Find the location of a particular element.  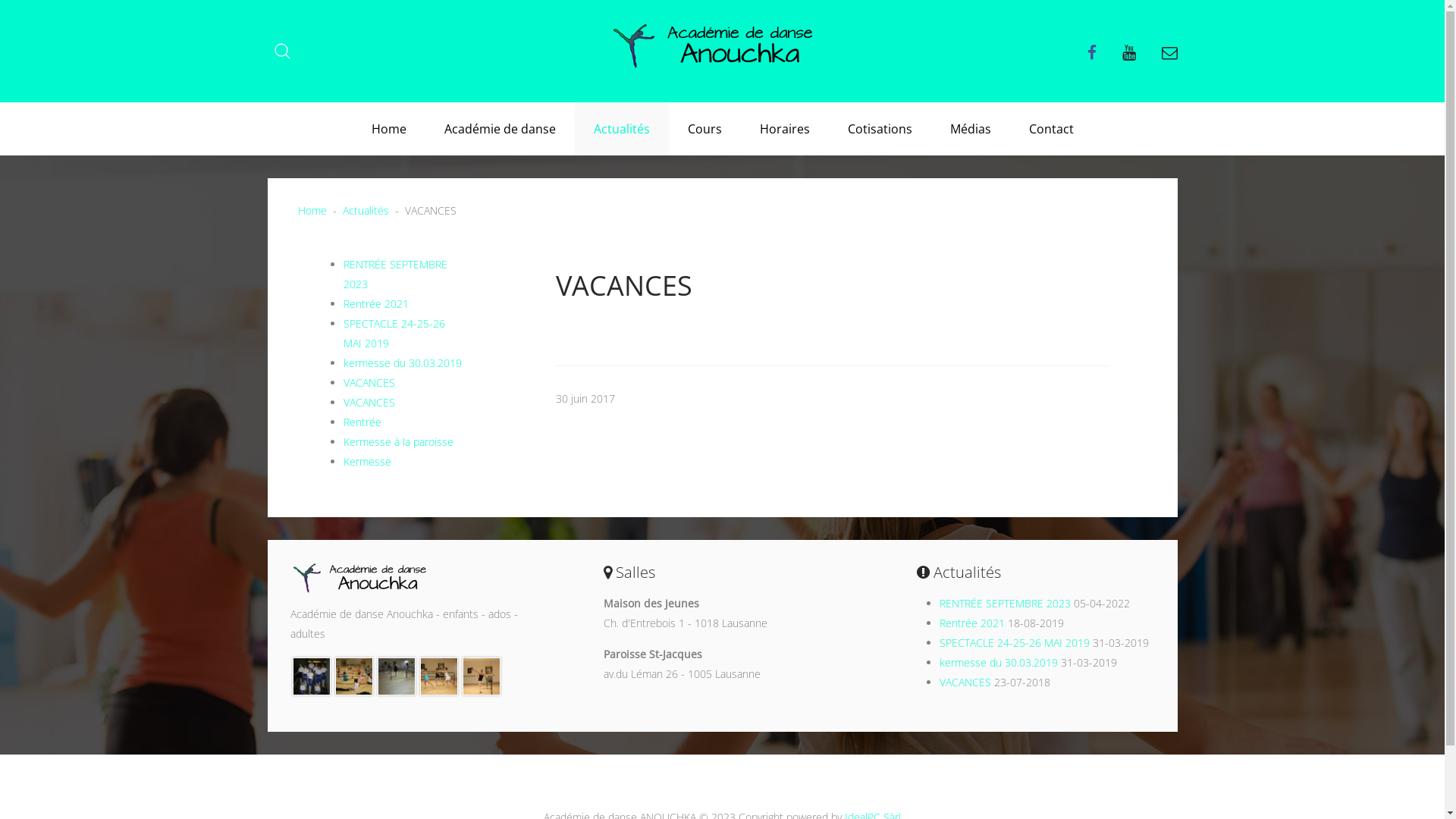

'img_7431' is located at coordinates (480, 674).